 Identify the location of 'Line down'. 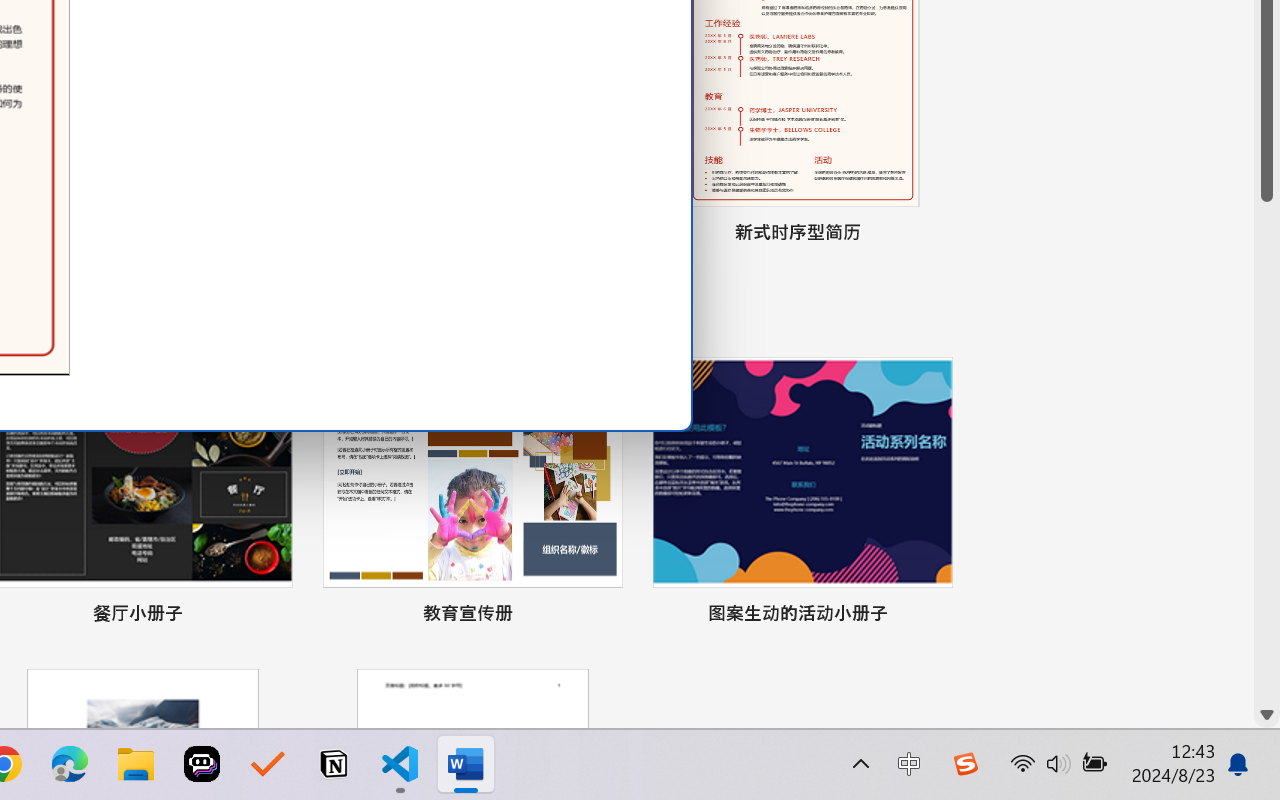
(1266, 714).